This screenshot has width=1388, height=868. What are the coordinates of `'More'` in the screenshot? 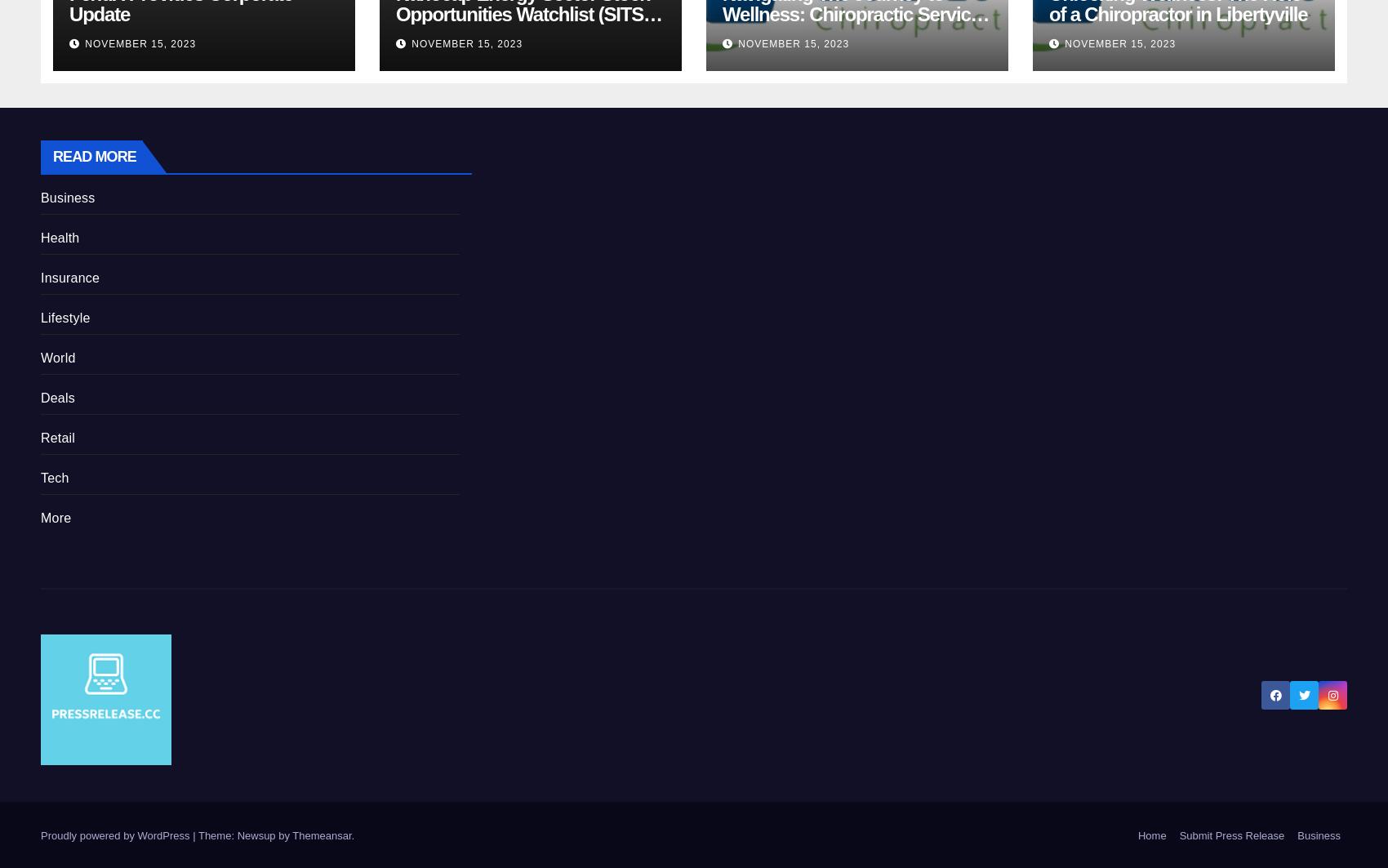 It's located at (56, 516).